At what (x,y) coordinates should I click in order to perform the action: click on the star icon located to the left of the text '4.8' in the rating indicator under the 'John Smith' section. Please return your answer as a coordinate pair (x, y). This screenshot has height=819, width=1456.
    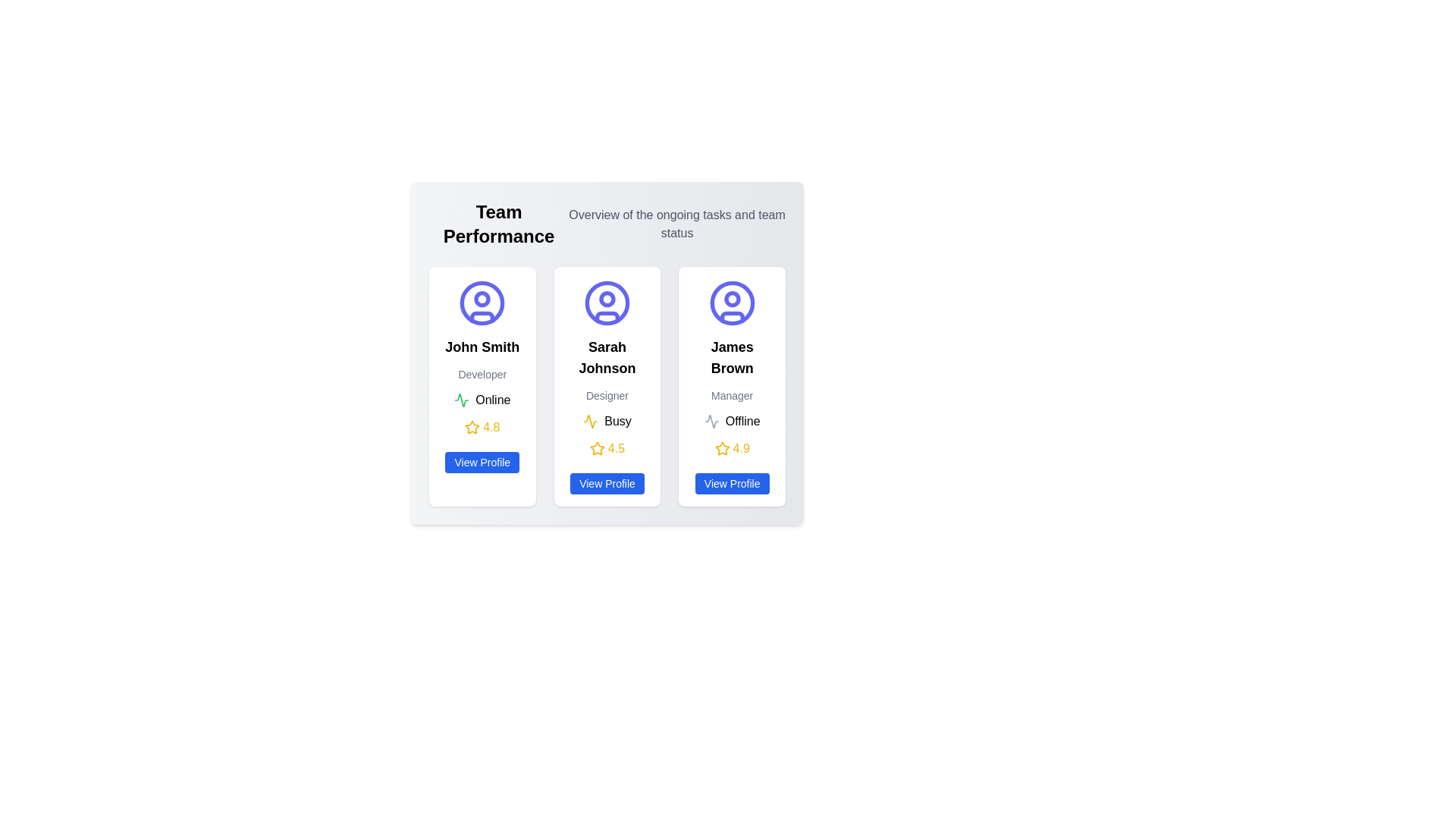
    Looking at the image, I should click on (472, 427).